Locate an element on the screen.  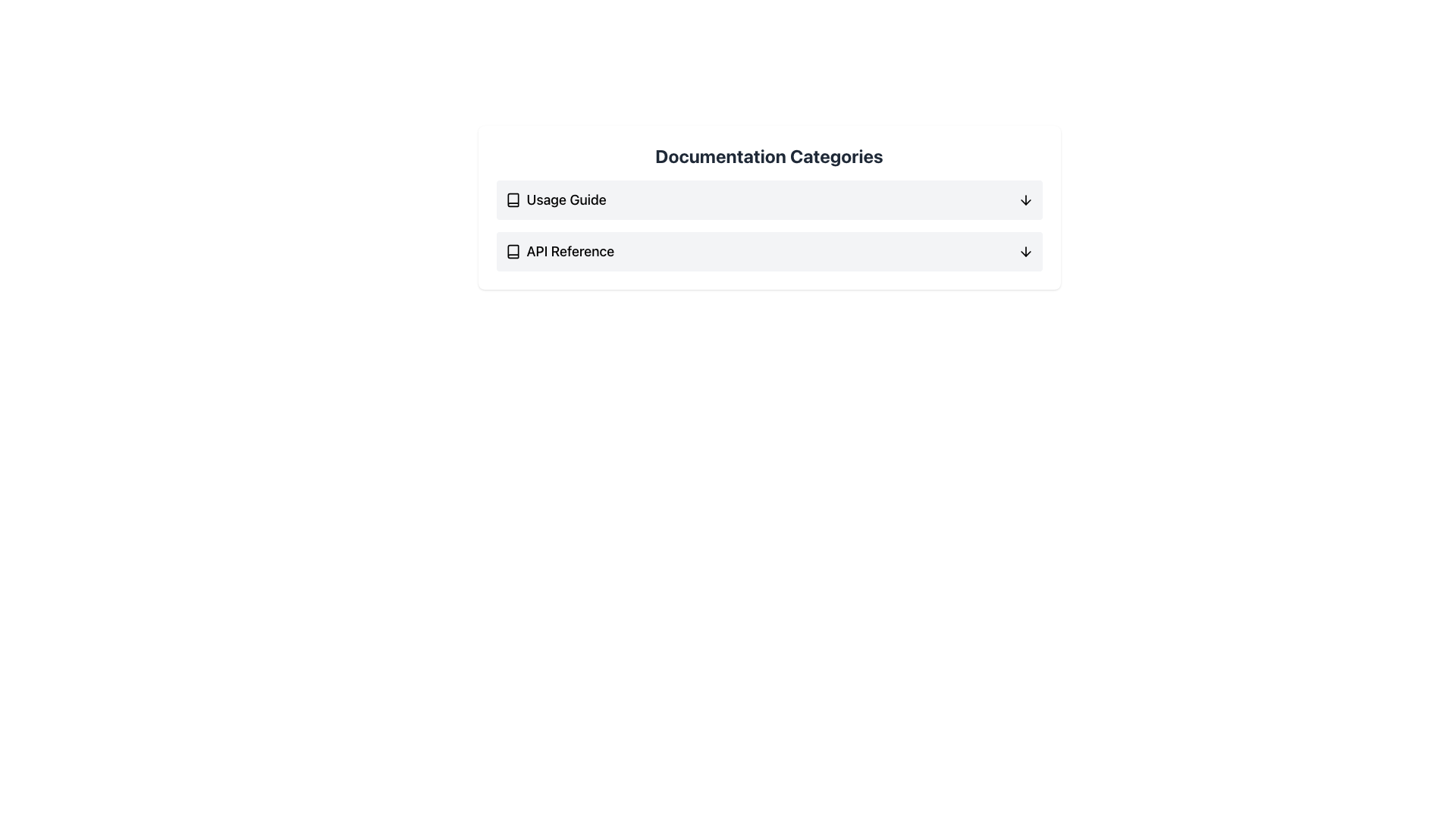
the arrow icon located on the far right side of the 'API Reference' menu item is located at coordinates (1025, 250).